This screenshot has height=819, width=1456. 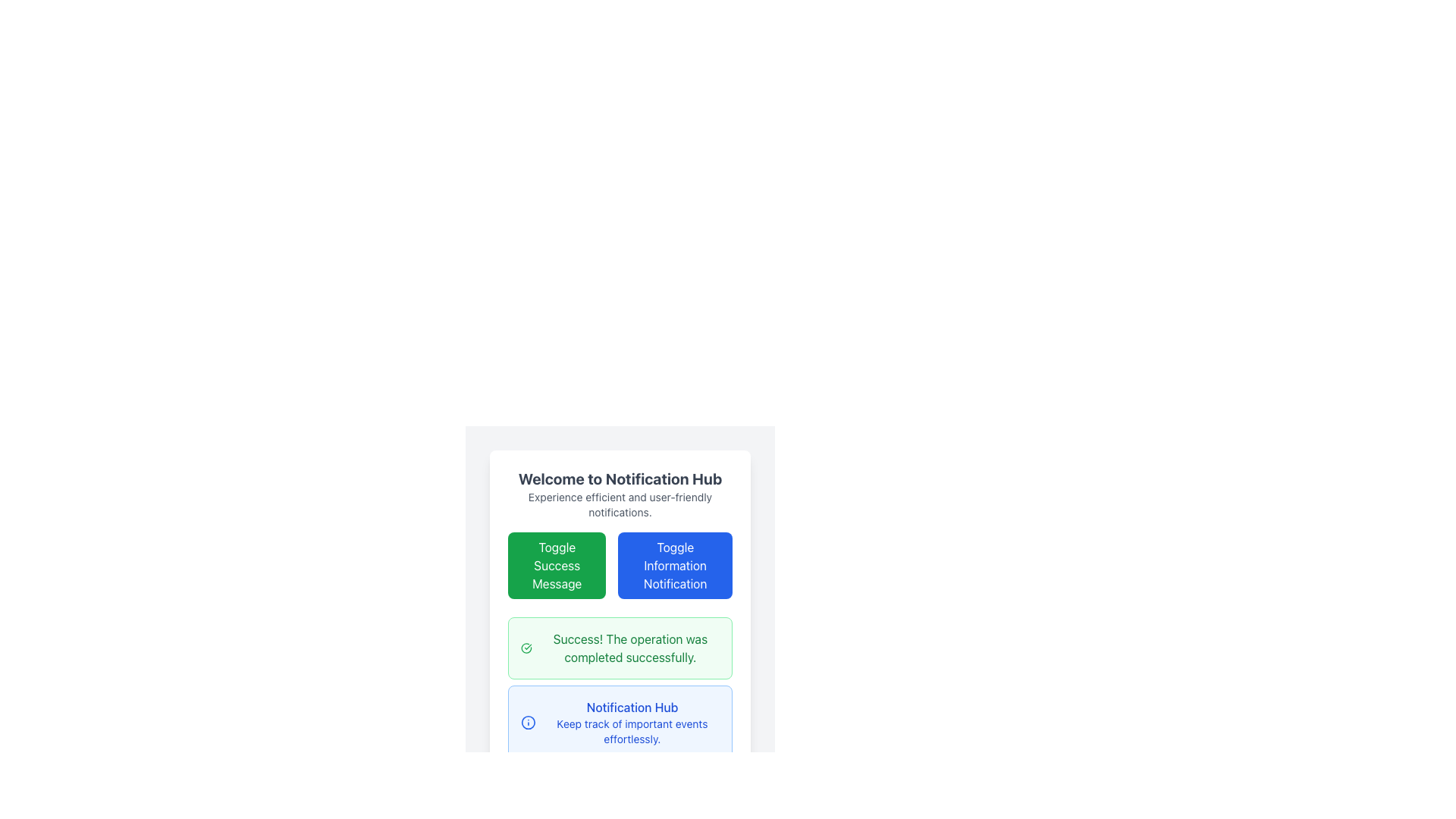 What do you see at coordinates (556, 565) in the screenshot?
I see `the left button that toggles the display of a success message notification, located below the heading and above the notification sections` at bounding box center [556, 565].